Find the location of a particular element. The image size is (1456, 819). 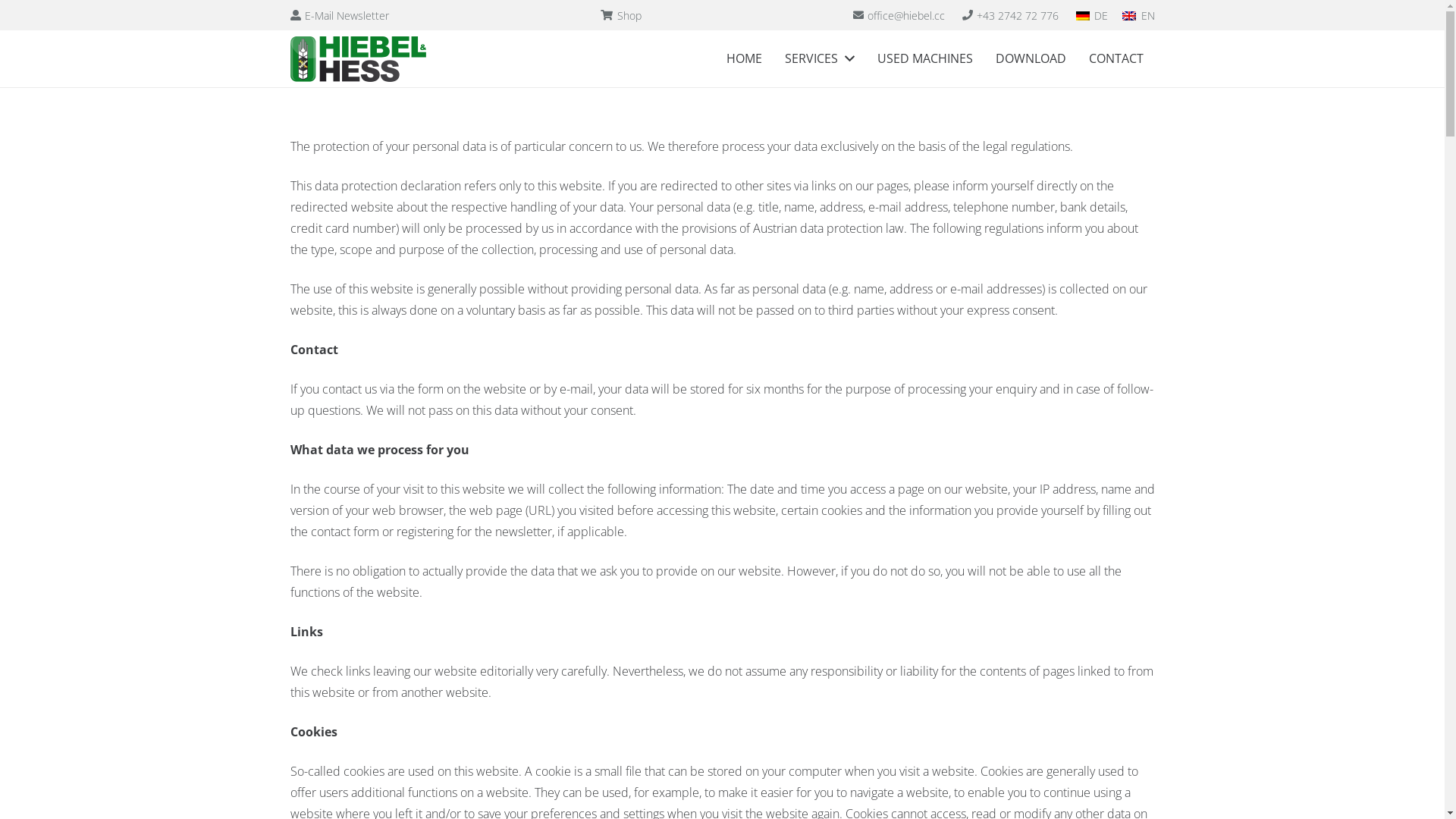

'USED MACHINES' is located at coordinates (924, 58).